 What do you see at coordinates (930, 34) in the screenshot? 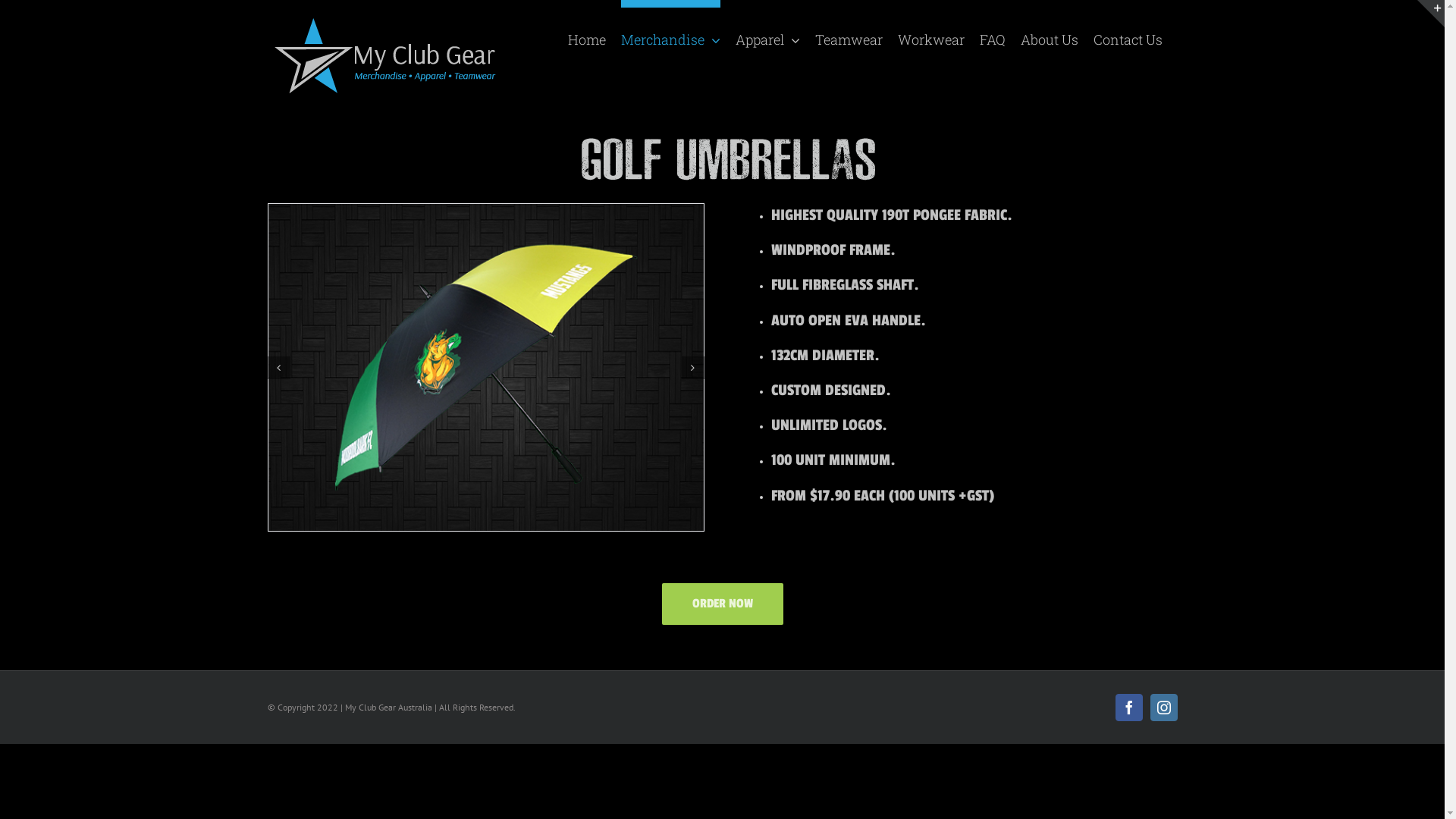
I see `'Workwear'` at bounding box center [930, 34].